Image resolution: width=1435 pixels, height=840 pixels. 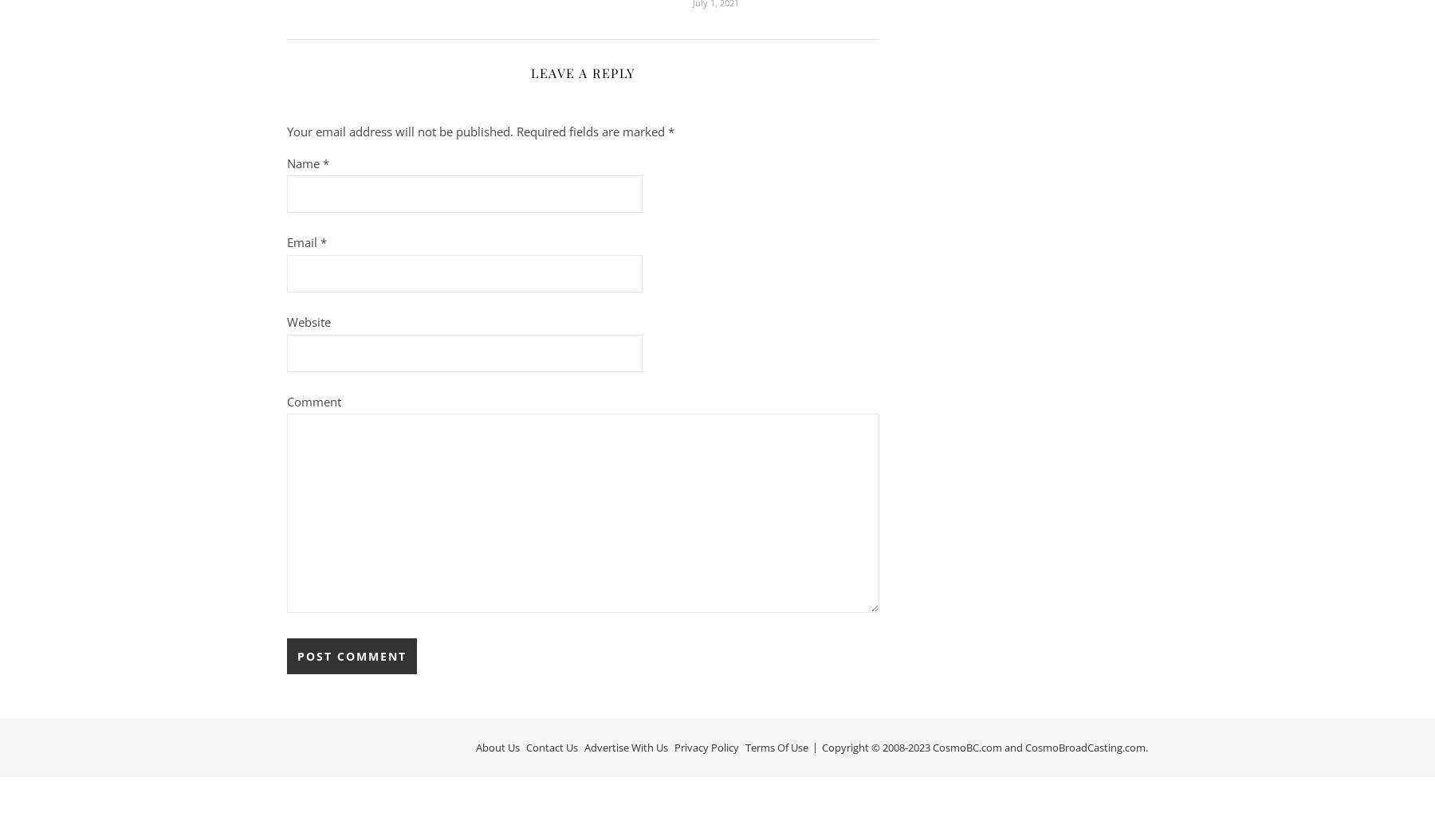 What do you see at coordinates (497, 746) in the screenshot?
I see `'About Us'` at bounding box center [497, 746].